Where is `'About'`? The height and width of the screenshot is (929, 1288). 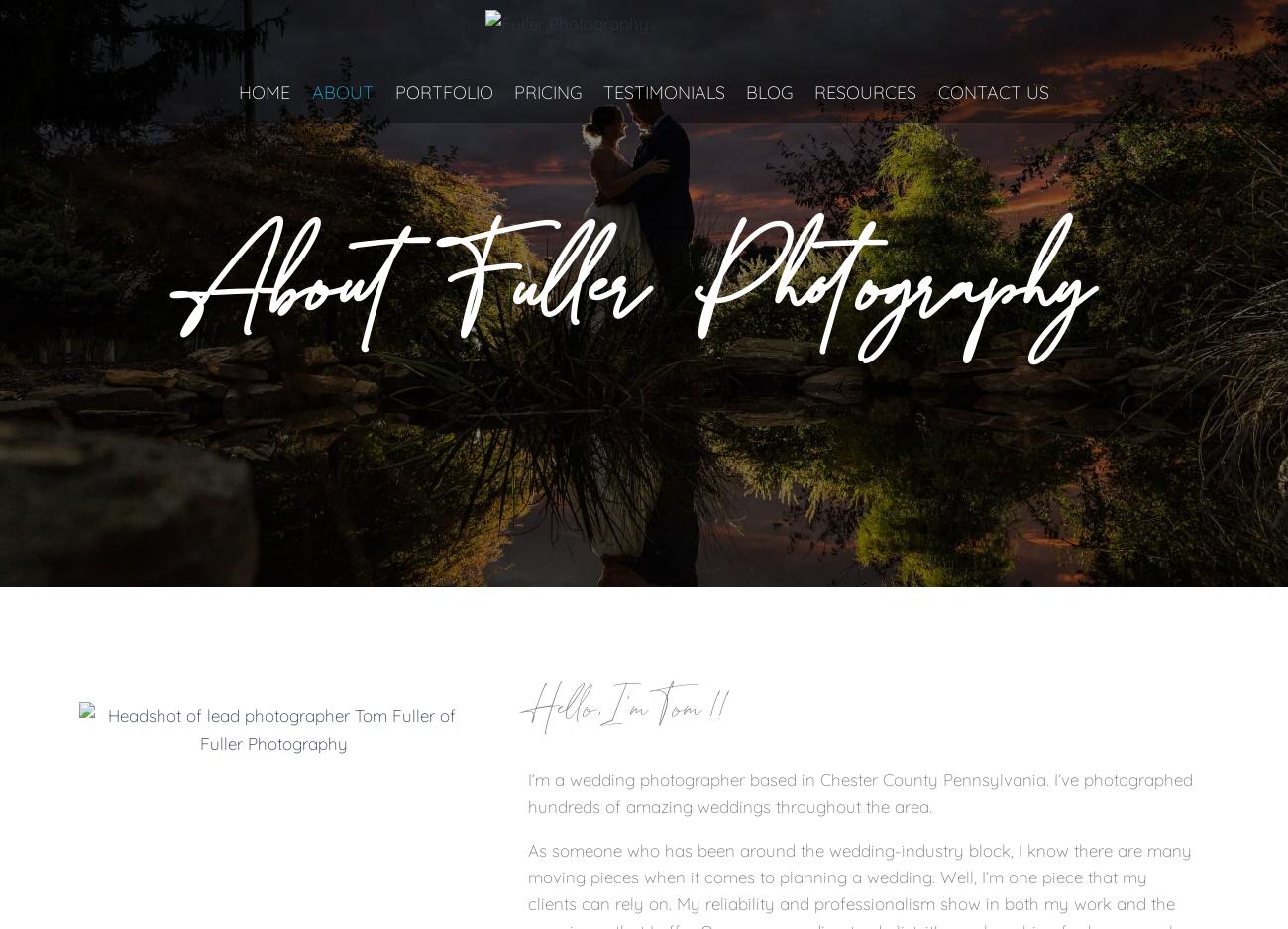 'About' is located at coordinates (342, 92).